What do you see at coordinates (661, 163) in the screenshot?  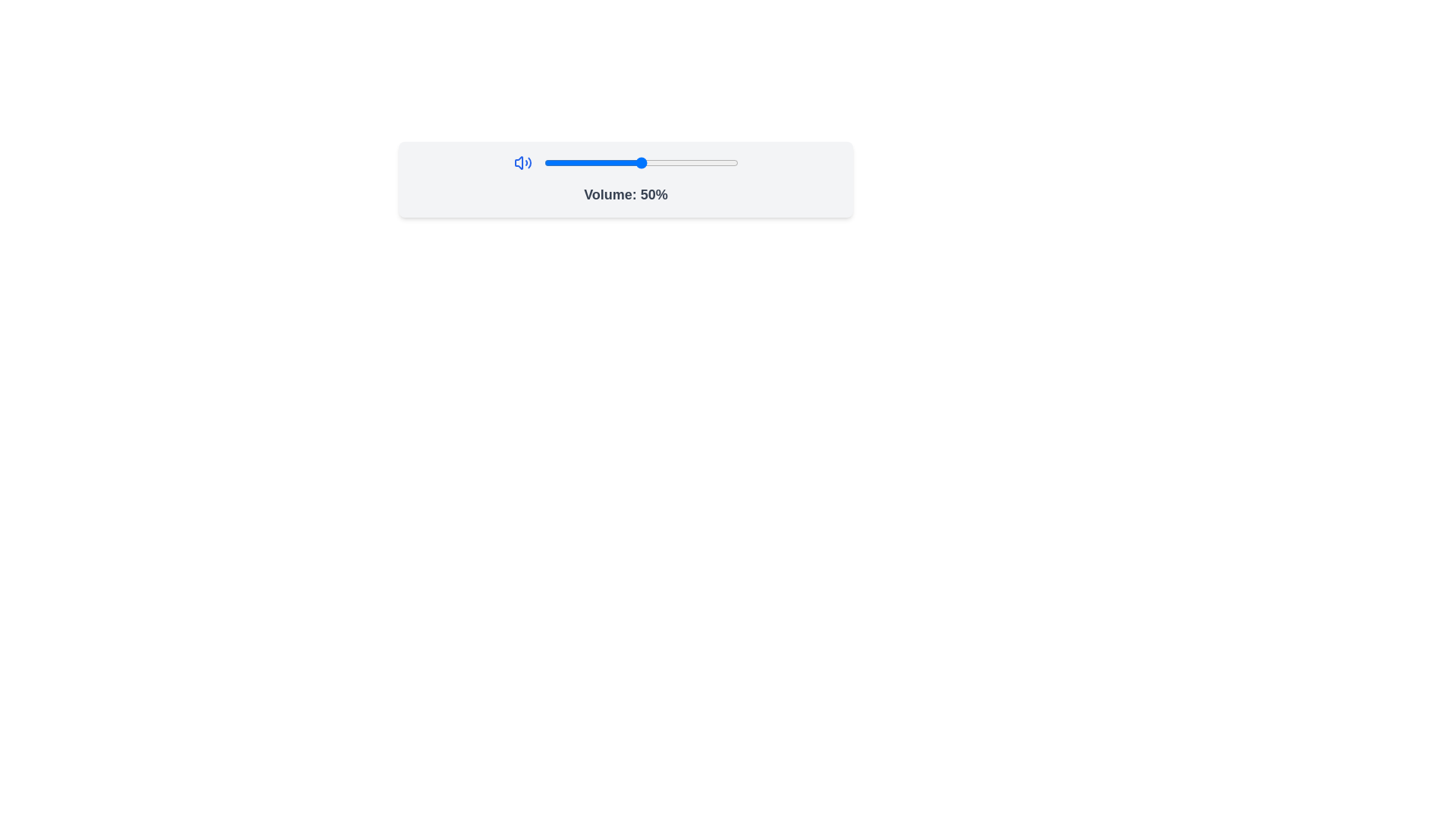 I see `the volume` at bounding box center [661, 163].